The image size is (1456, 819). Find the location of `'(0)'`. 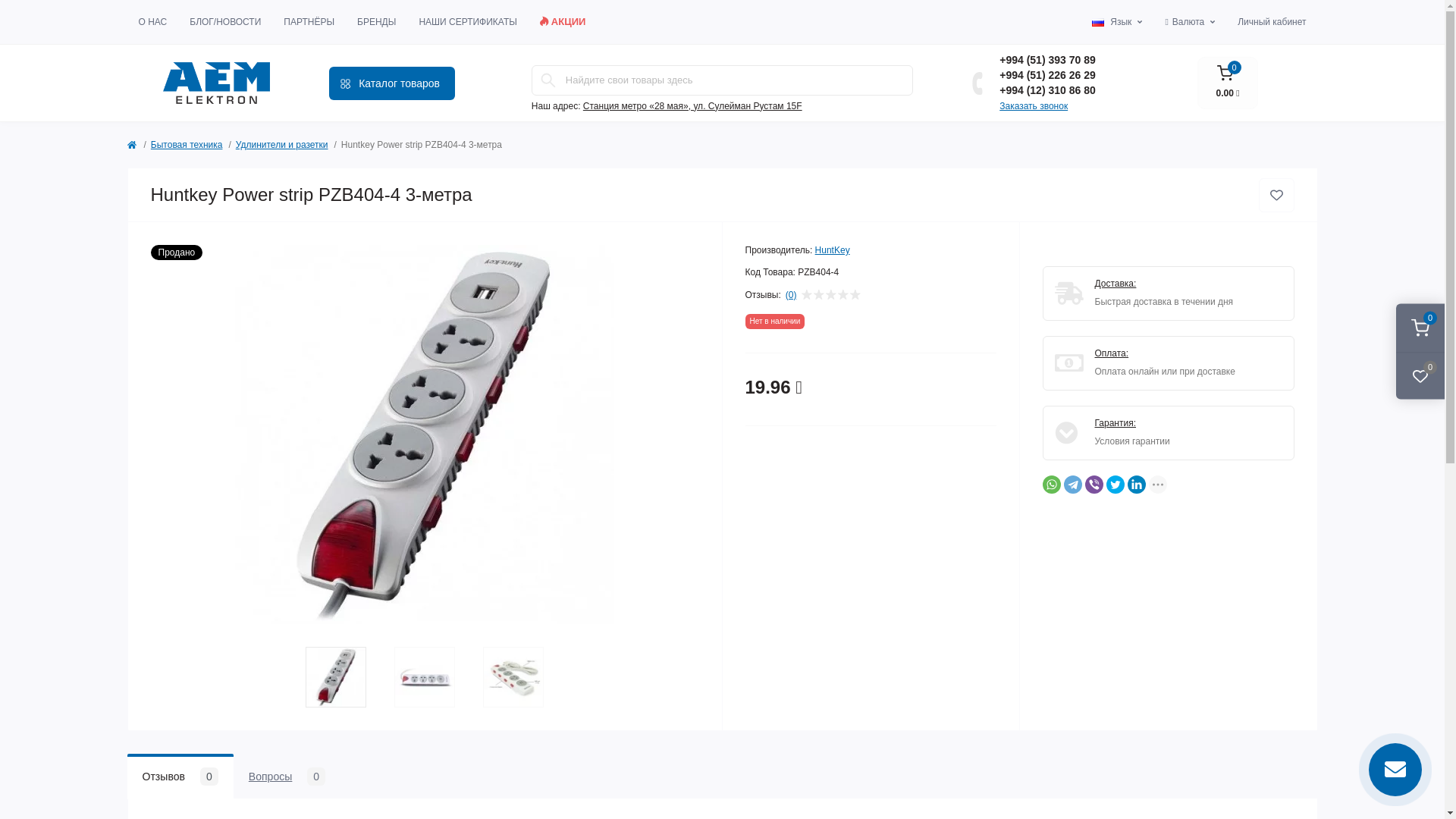

'(0)' is located at coordinates (790, 295).